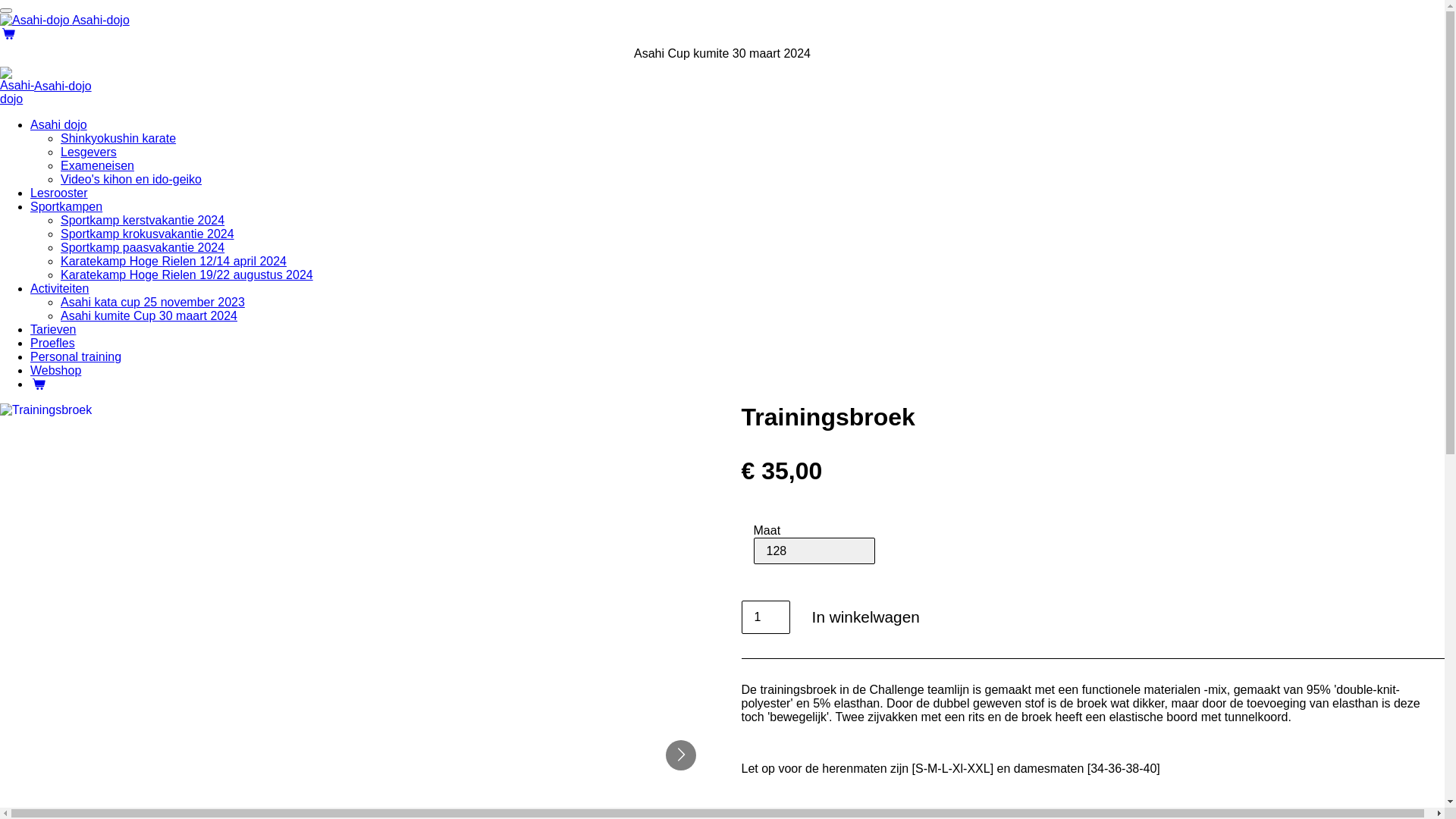  What do you see at coordinates (75, 356) in the screenshot?
I see `'Personal training'` at bounding box center [75, 356].